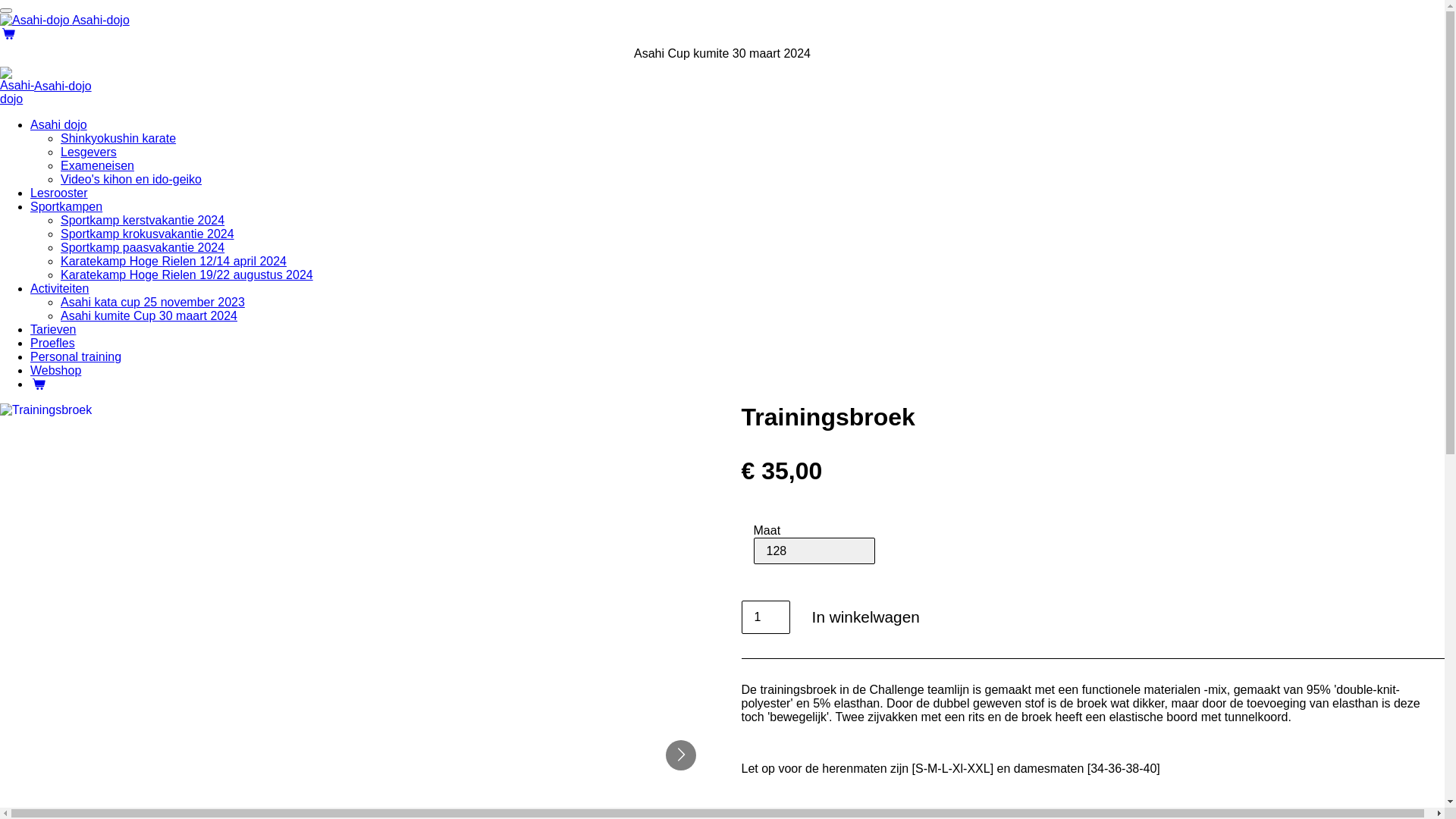  What do you see at coordinates (75, 356) in the screenshot?
I see `'Personal training'` at bounding box center [75, 356].